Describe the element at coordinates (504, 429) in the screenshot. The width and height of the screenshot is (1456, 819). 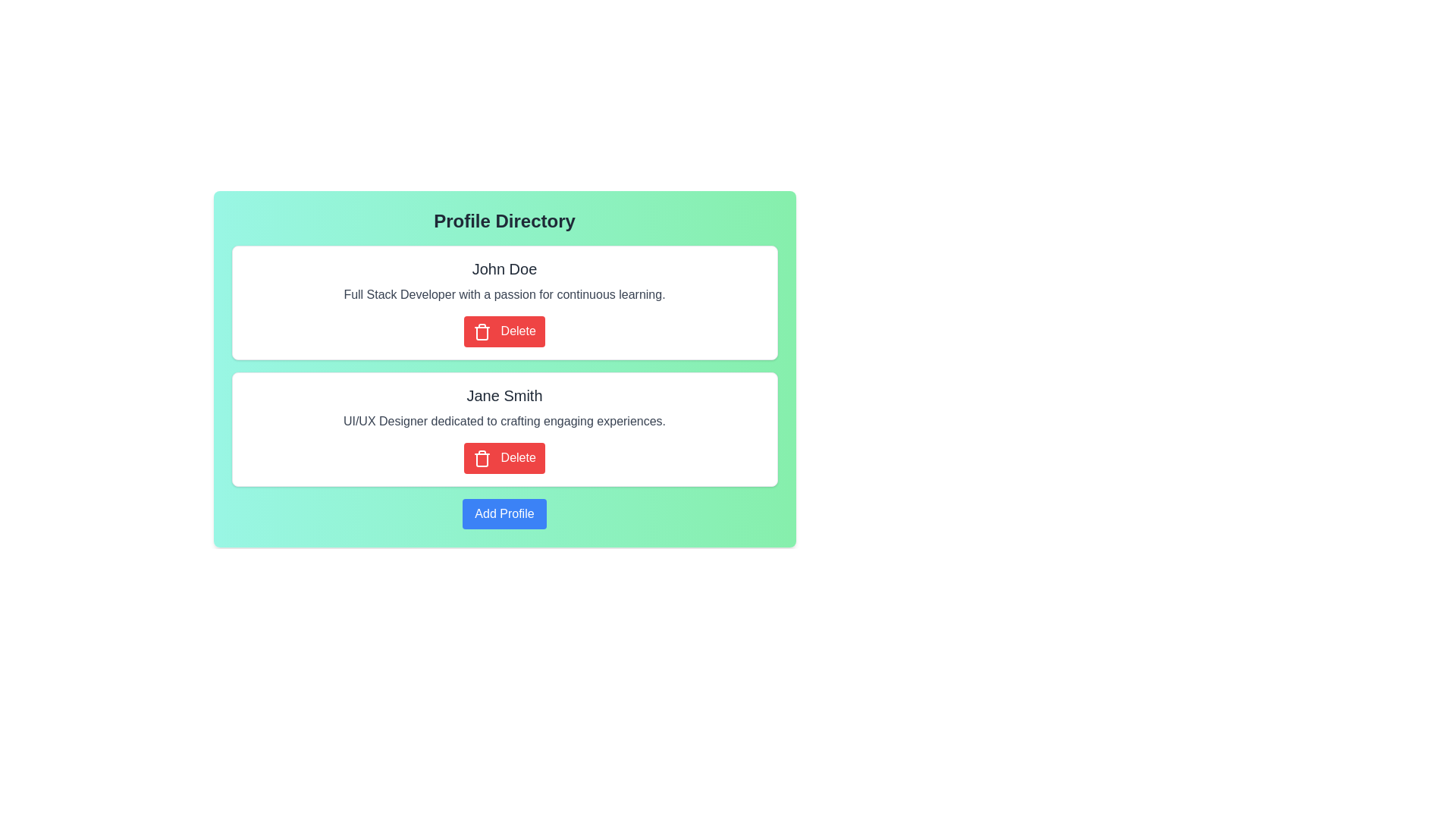
I see `profile information from the second Profile card in the Profile Directory section, which has a white background, rounded corners, and a red 'Delete' button at the bottom` at that location.